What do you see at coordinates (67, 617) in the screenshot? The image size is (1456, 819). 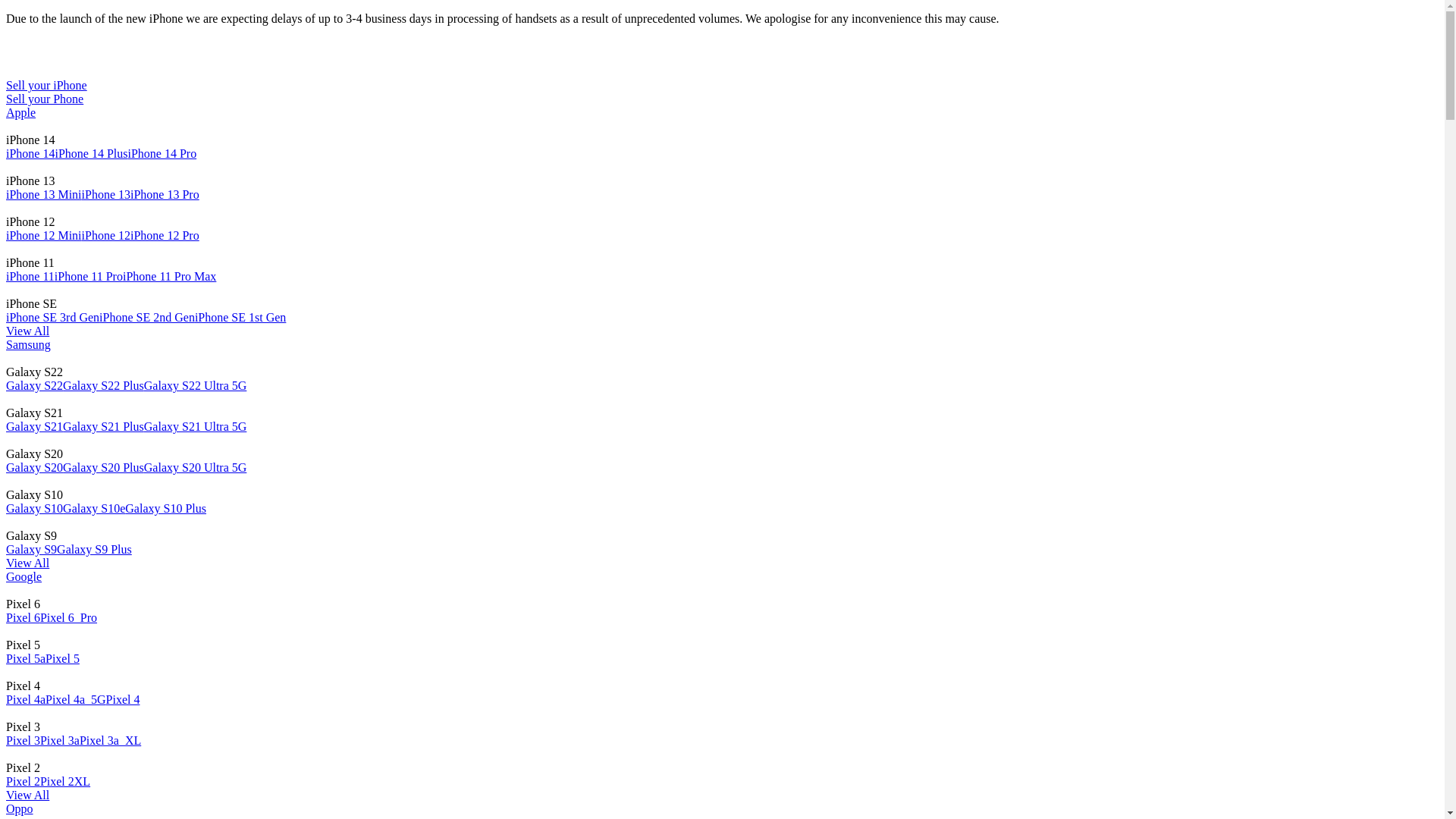 I see `'Pixel 6  Pro'` at bounding box center [67, 617].